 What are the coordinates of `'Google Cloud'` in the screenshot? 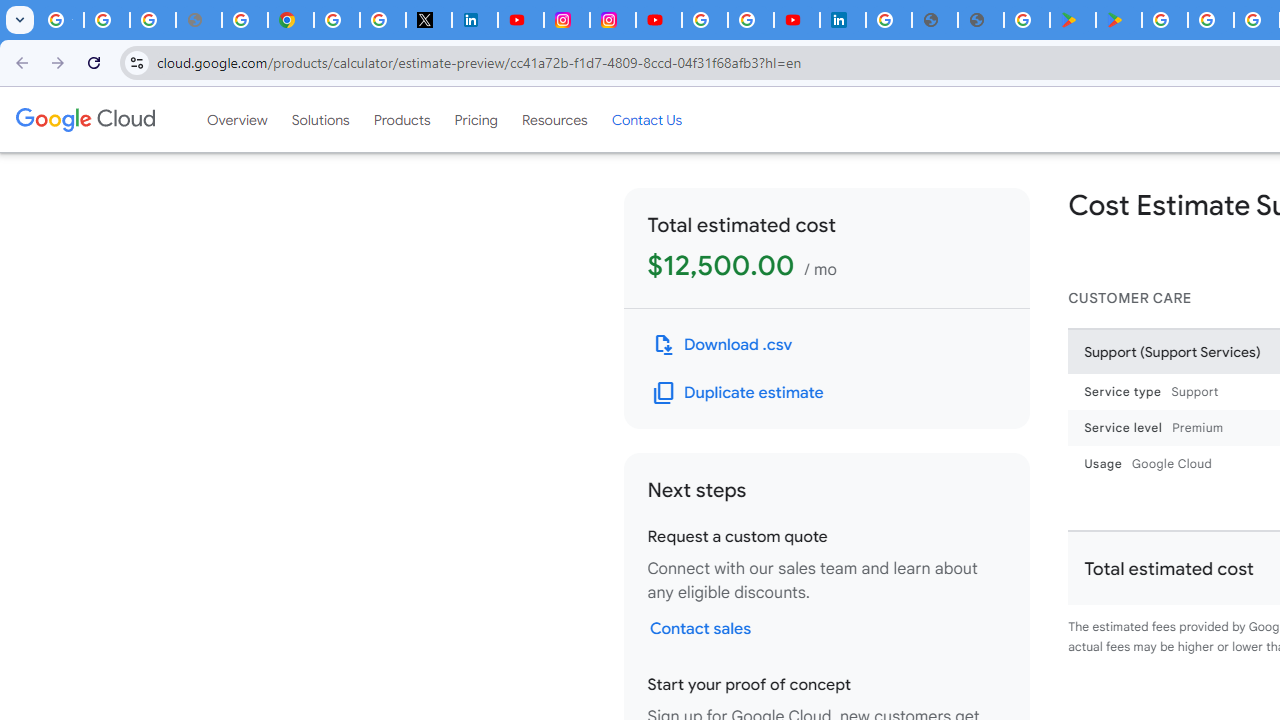 It's located at (84, 119).